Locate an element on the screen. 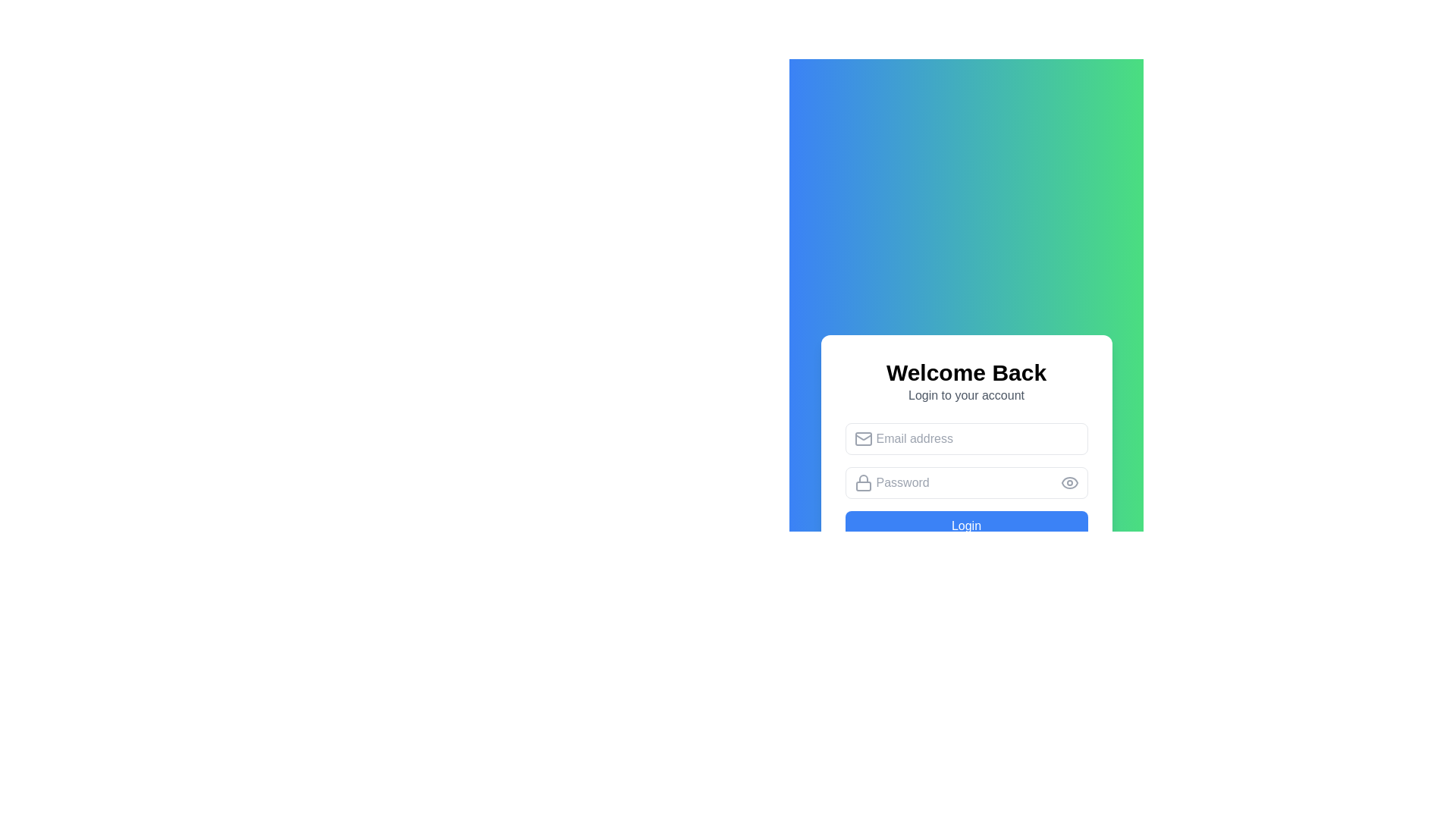 The width and height of the screenshot is (1456, 819). the submit button located at the bottom of the white card area is located at coordinates (965, 526).